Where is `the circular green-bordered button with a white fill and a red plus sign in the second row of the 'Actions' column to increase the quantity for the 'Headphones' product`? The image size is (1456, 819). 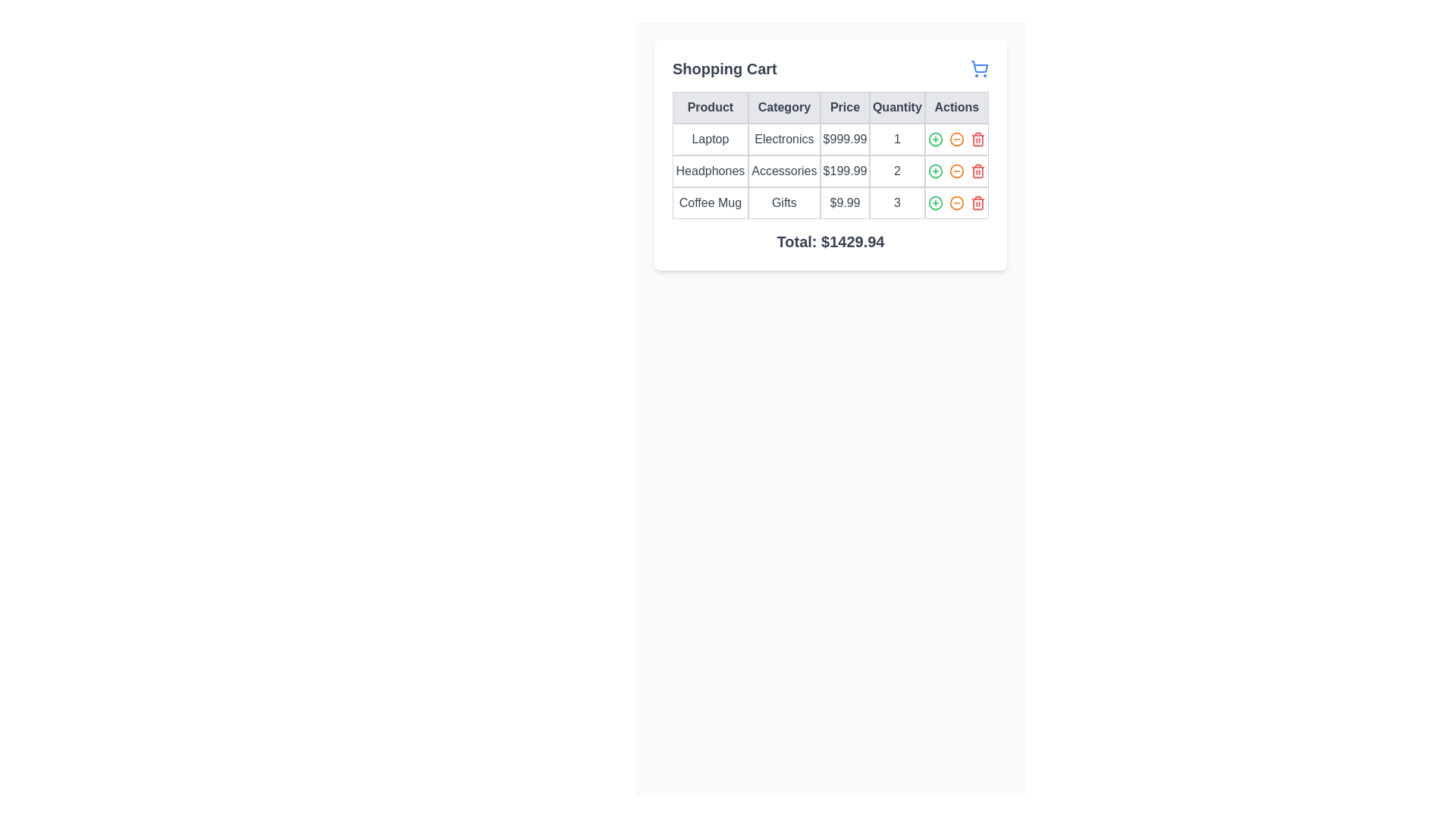 the circular green-bordered button with a white fill and a red plus sign in the second row of the 'Actions' column to increase the quantity for the 'Headphones' product is located at coordinates (934, 171).